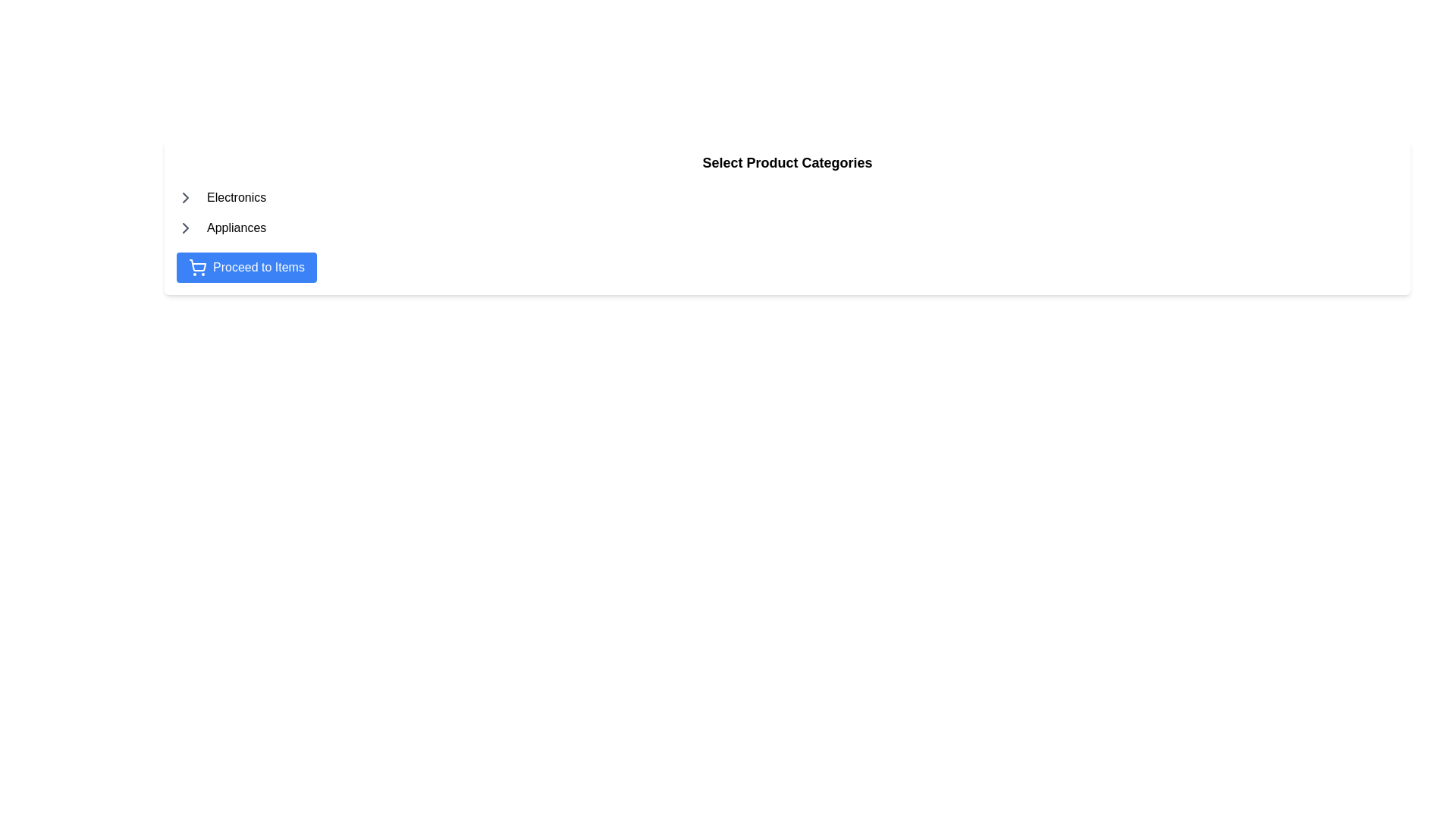  Describe the element at coordinates (236, 227) in the screenshot. I see `the third text label which serves as a category marker for navigation, positioned to the right of an arrow icon and below the 'Electronics' label` at that location.